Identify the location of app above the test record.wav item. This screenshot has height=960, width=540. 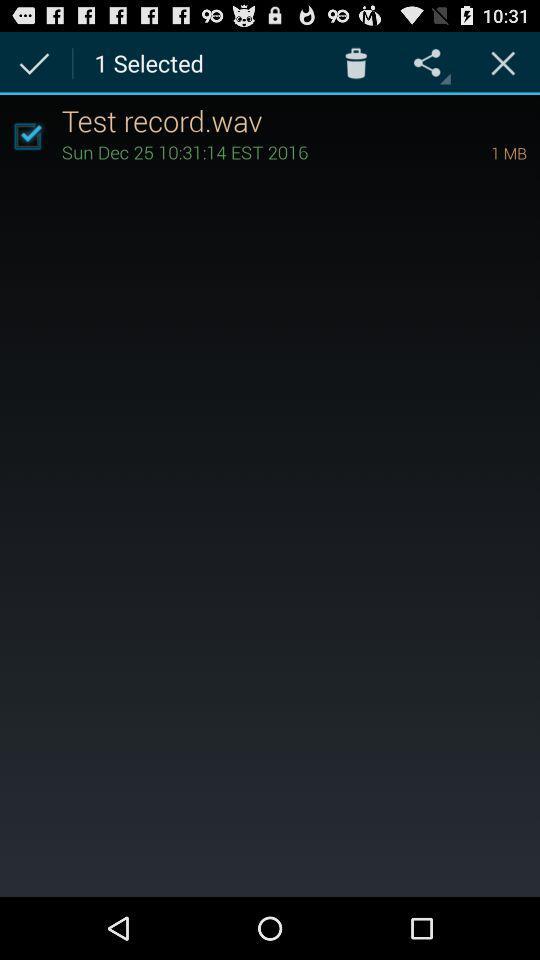
(355, 62).